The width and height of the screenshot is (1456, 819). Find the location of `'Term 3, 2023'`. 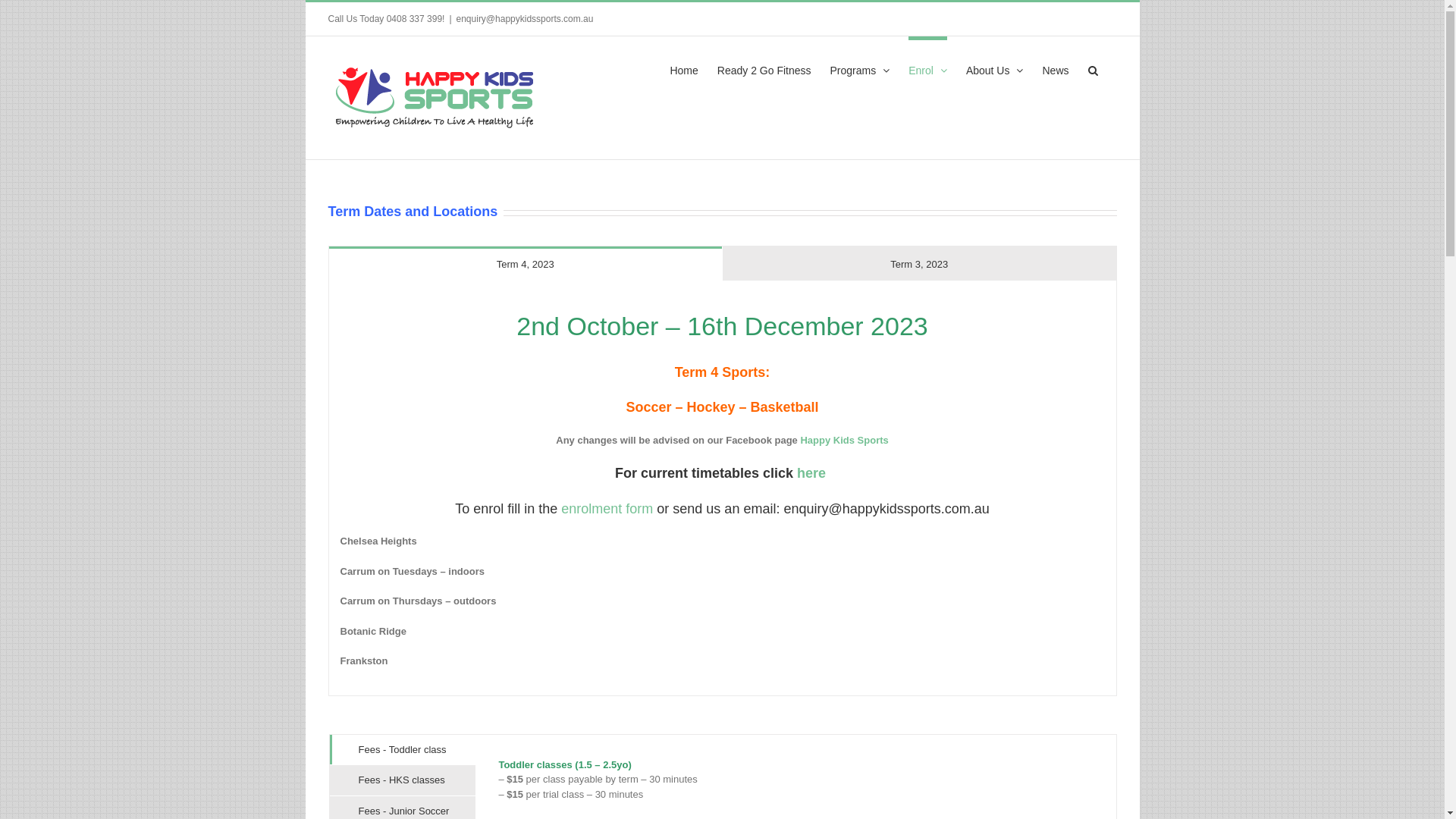

'Term 3, 2023' is located at coordinates (918, 262).